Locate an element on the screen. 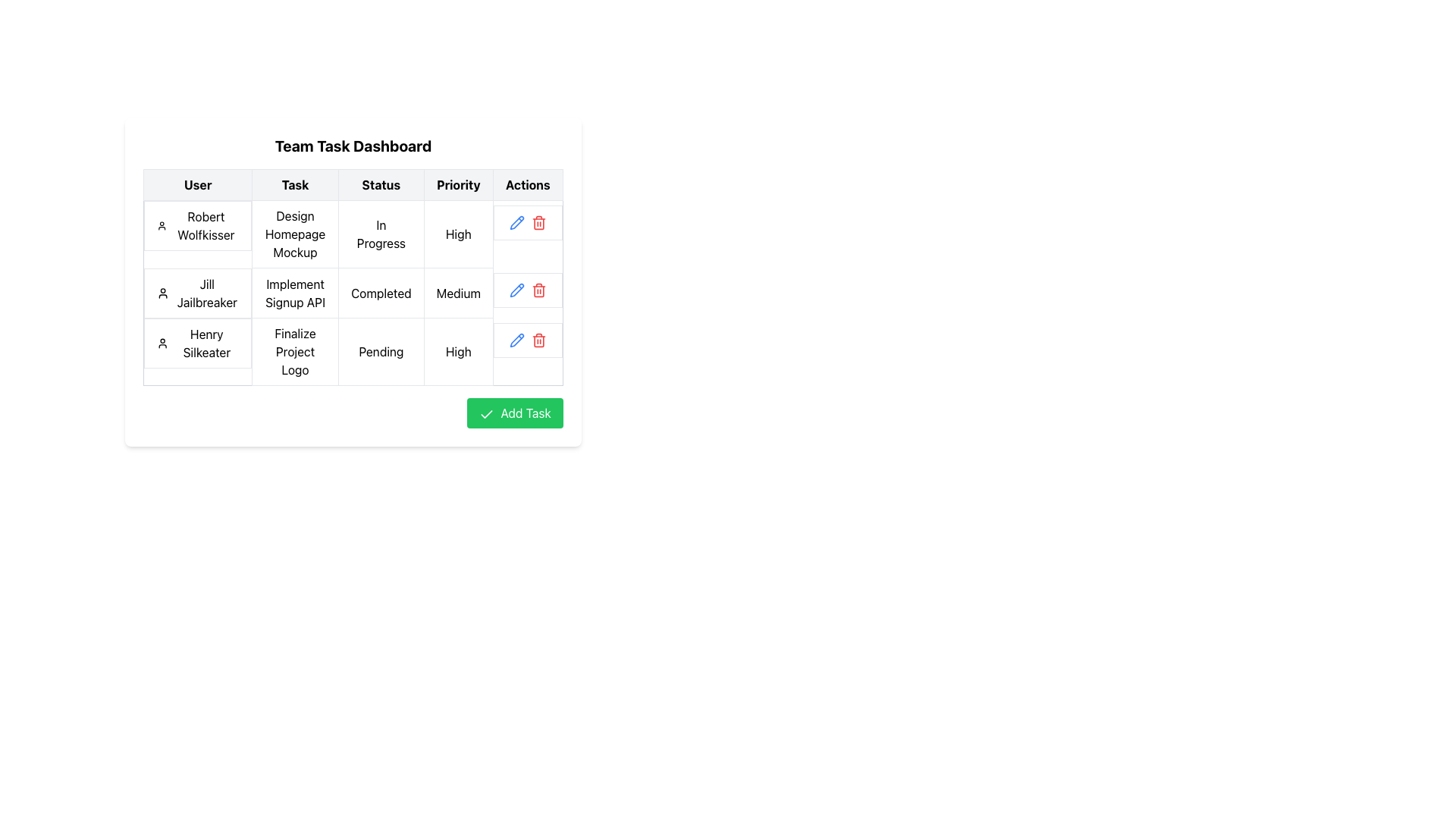  the Text Label indicating the status of the task 'Finalize Project Logo' in the 'Status' column of the table is located at coordinates (381, 351).